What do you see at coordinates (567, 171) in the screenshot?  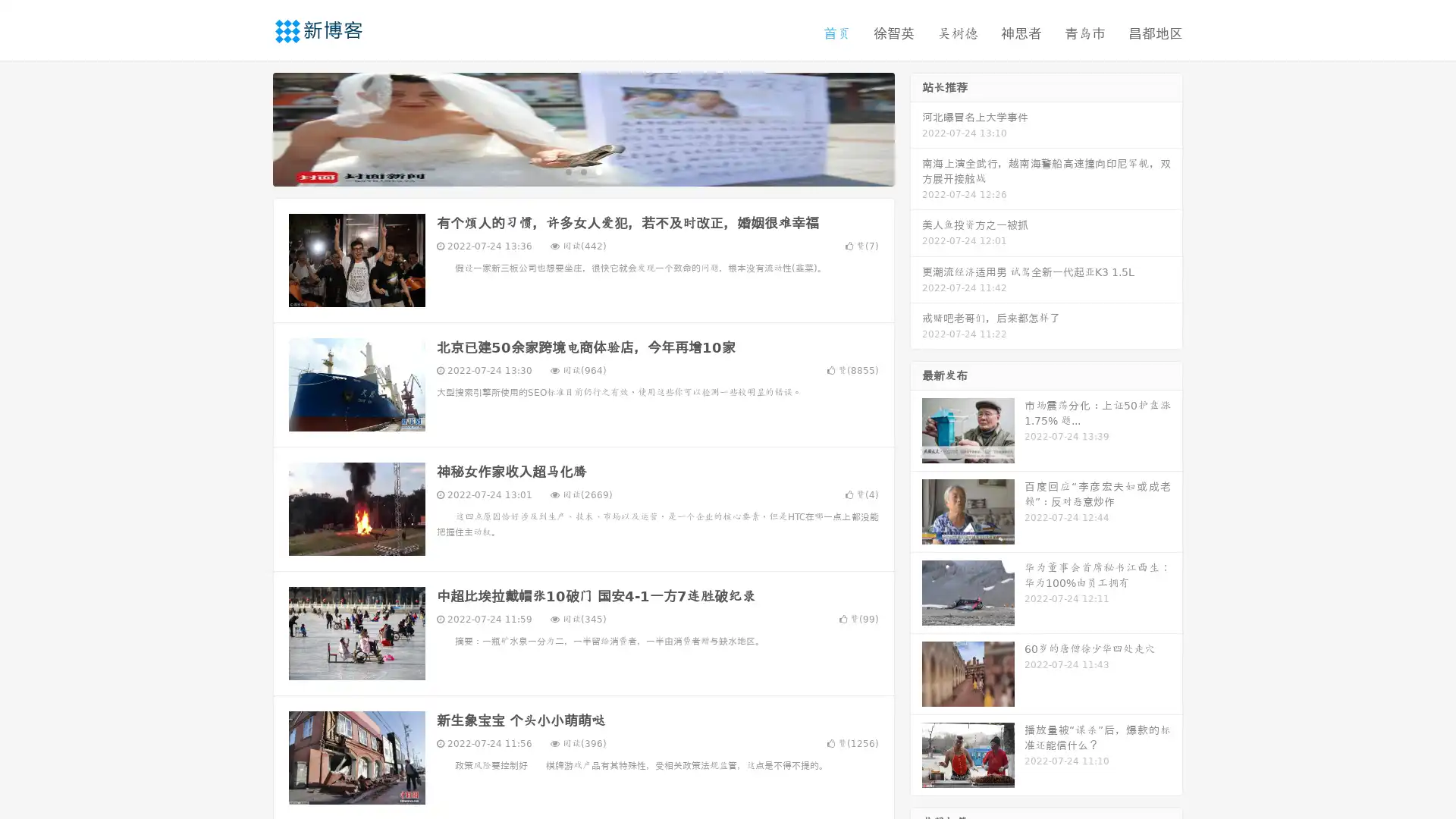 I see `Go to slide 1` at bounding box center [567, 171].